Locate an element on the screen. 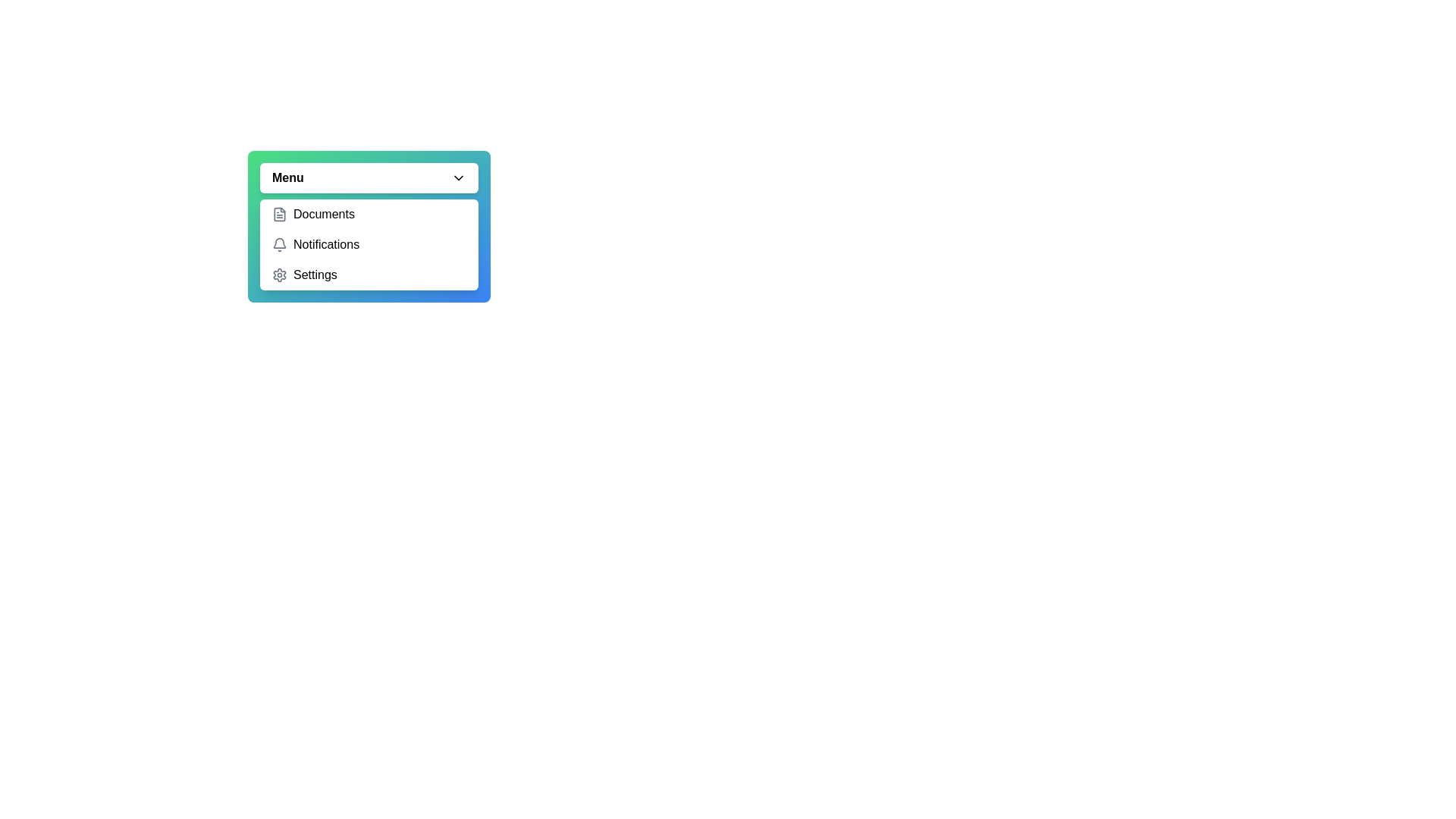  the 'Settings' menu item, which is the third item in the dropdown menu is located at coordinates (369, 275).